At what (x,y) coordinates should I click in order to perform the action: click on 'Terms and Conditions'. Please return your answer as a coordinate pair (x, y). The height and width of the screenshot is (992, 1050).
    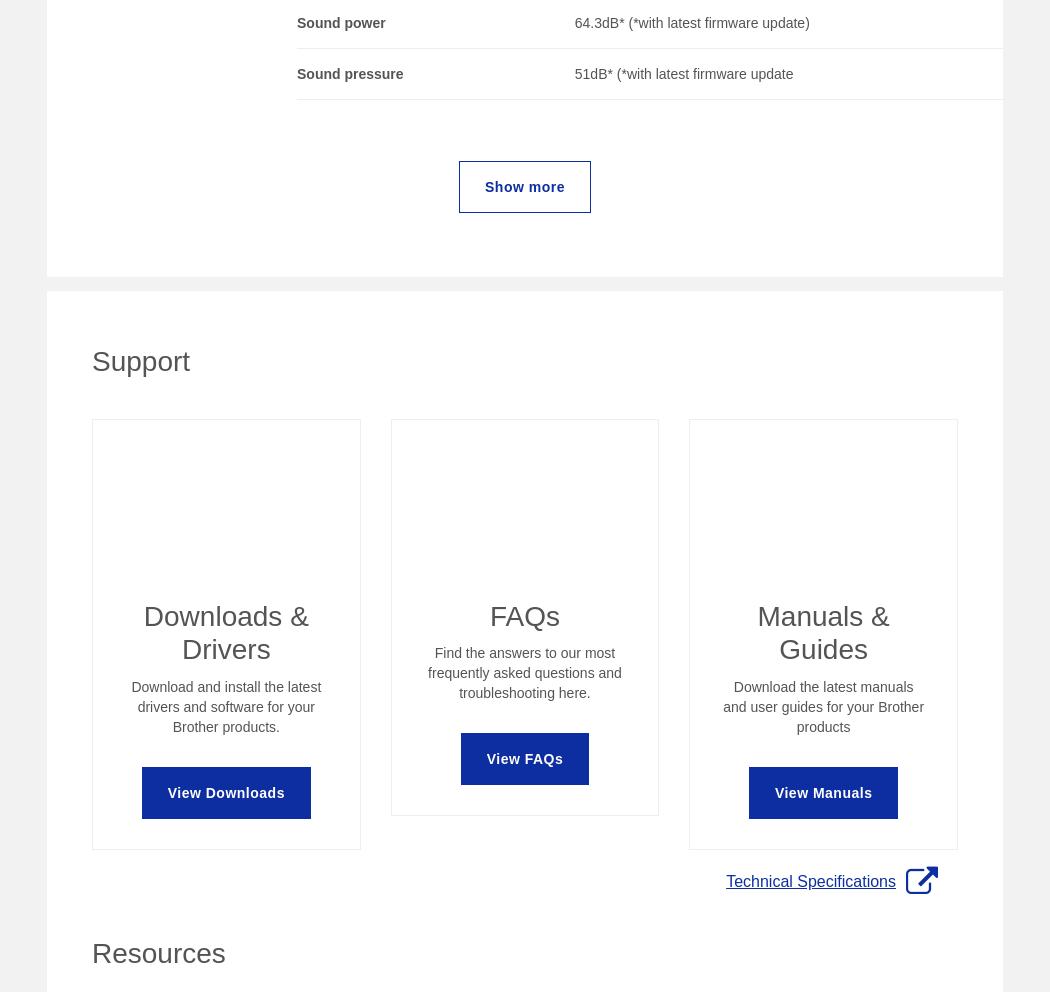
    Looking at the image, I should click on (938, 826).